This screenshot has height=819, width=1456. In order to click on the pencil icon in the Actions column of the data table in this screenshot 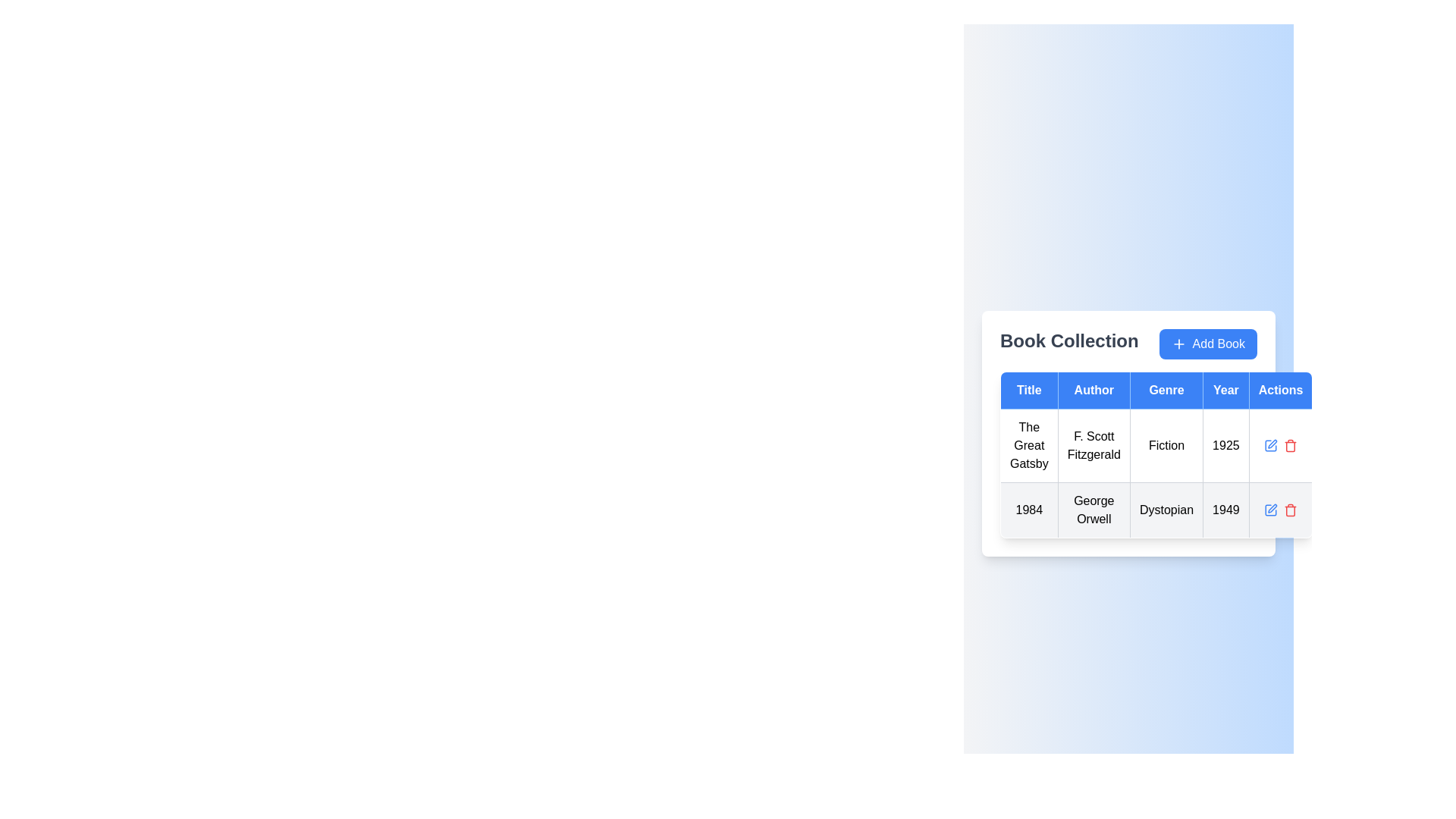, I will do `click(1280, 444)`.